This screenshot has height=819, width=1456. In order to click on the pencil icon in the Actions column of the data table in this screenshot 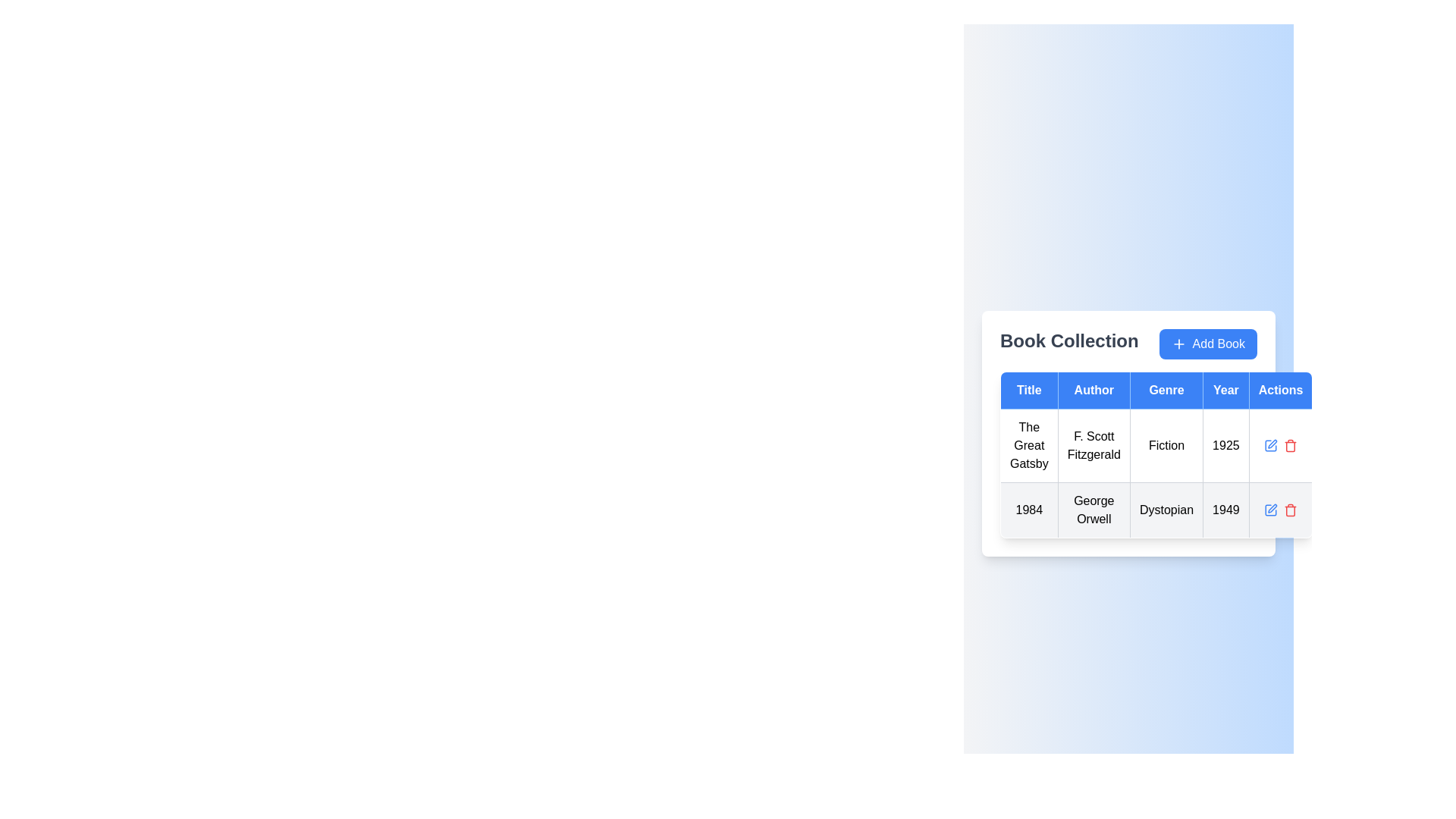, I will do `click(1280, 444)`.